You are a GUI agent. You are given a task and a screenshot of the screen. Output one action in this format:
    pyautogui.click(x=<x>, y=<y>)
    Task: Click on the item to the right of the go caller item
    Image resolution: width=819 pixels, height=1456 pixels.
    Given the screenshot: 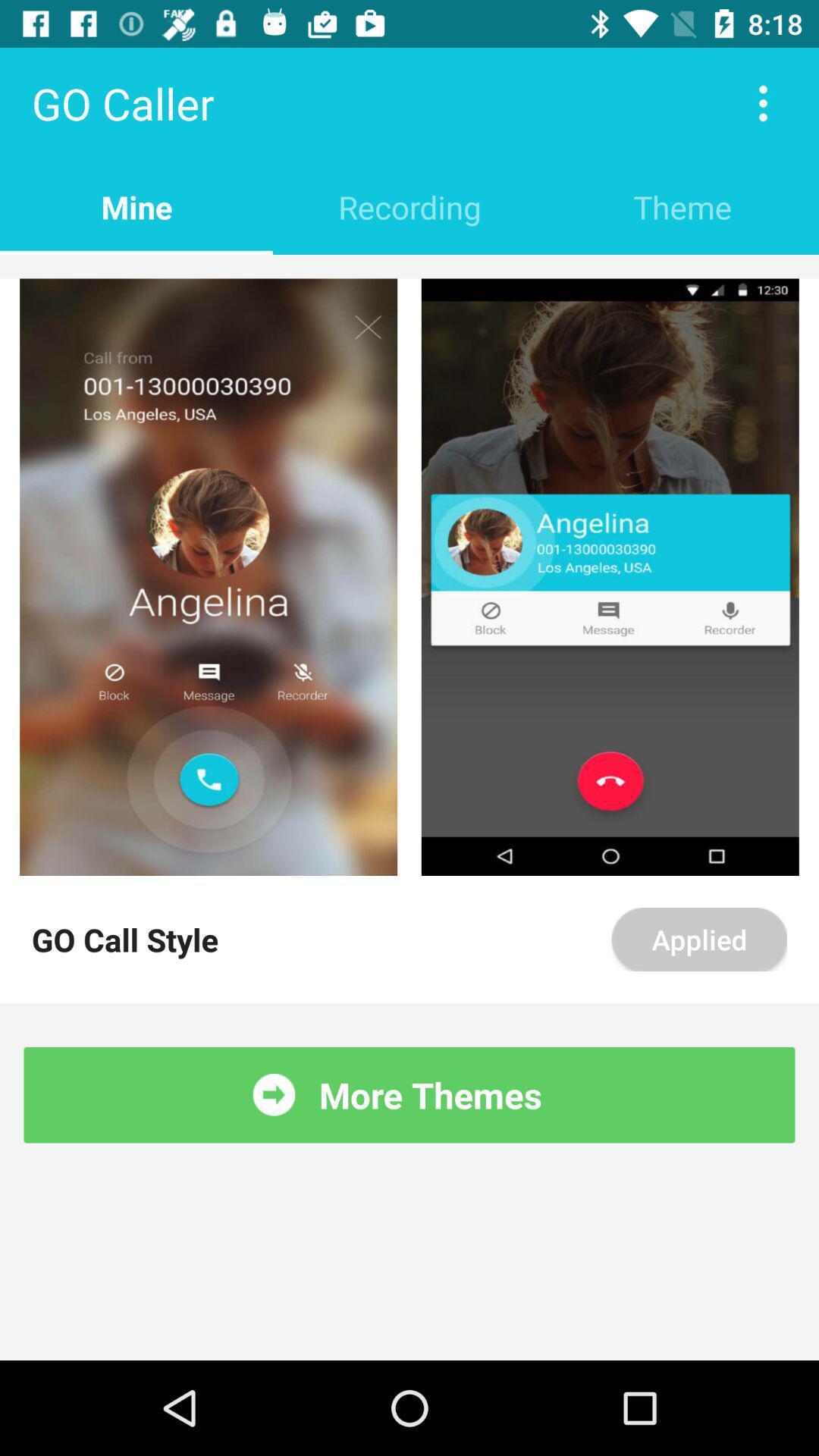 What is the action you would take?
    pyautogui.click(x=763, y=102)
    